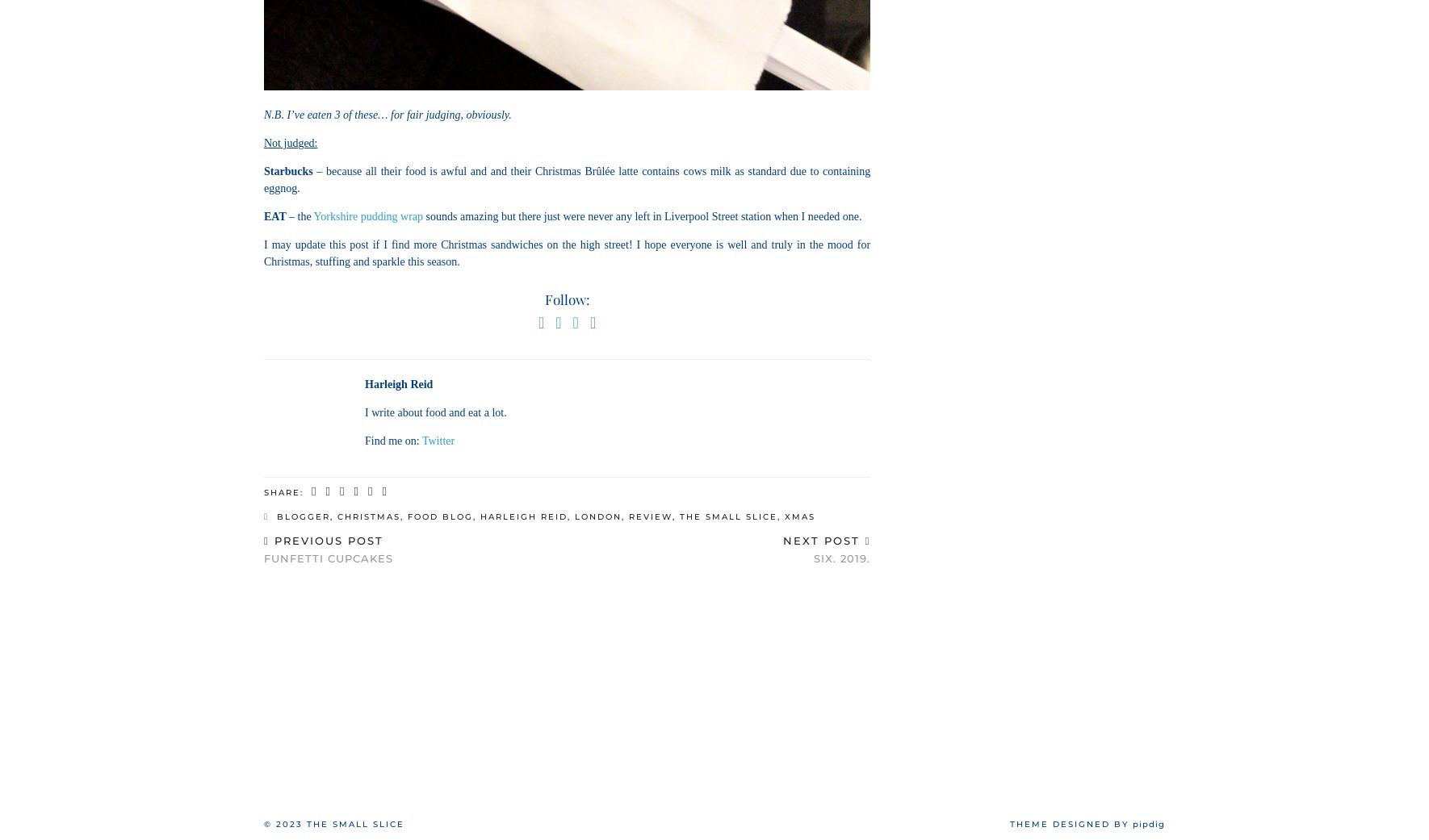  I want to click on '36', so click(100, 717).